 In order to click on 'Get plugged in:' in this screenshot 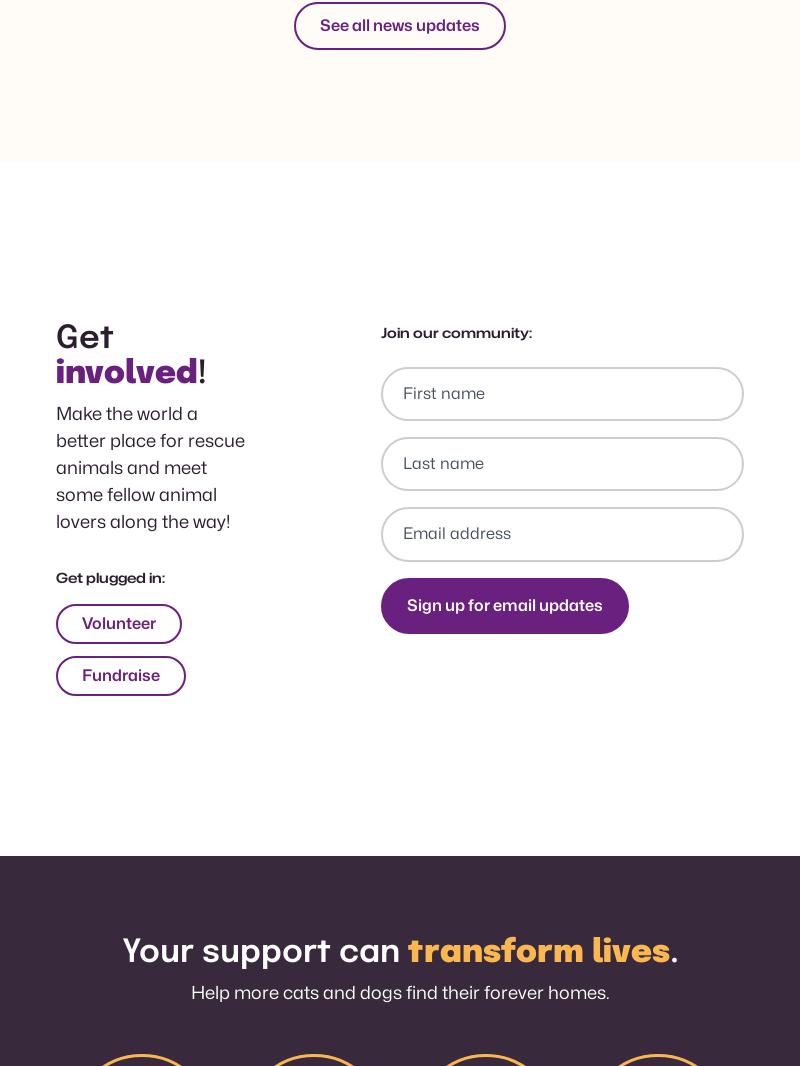, I will do `click(55, 576)`.